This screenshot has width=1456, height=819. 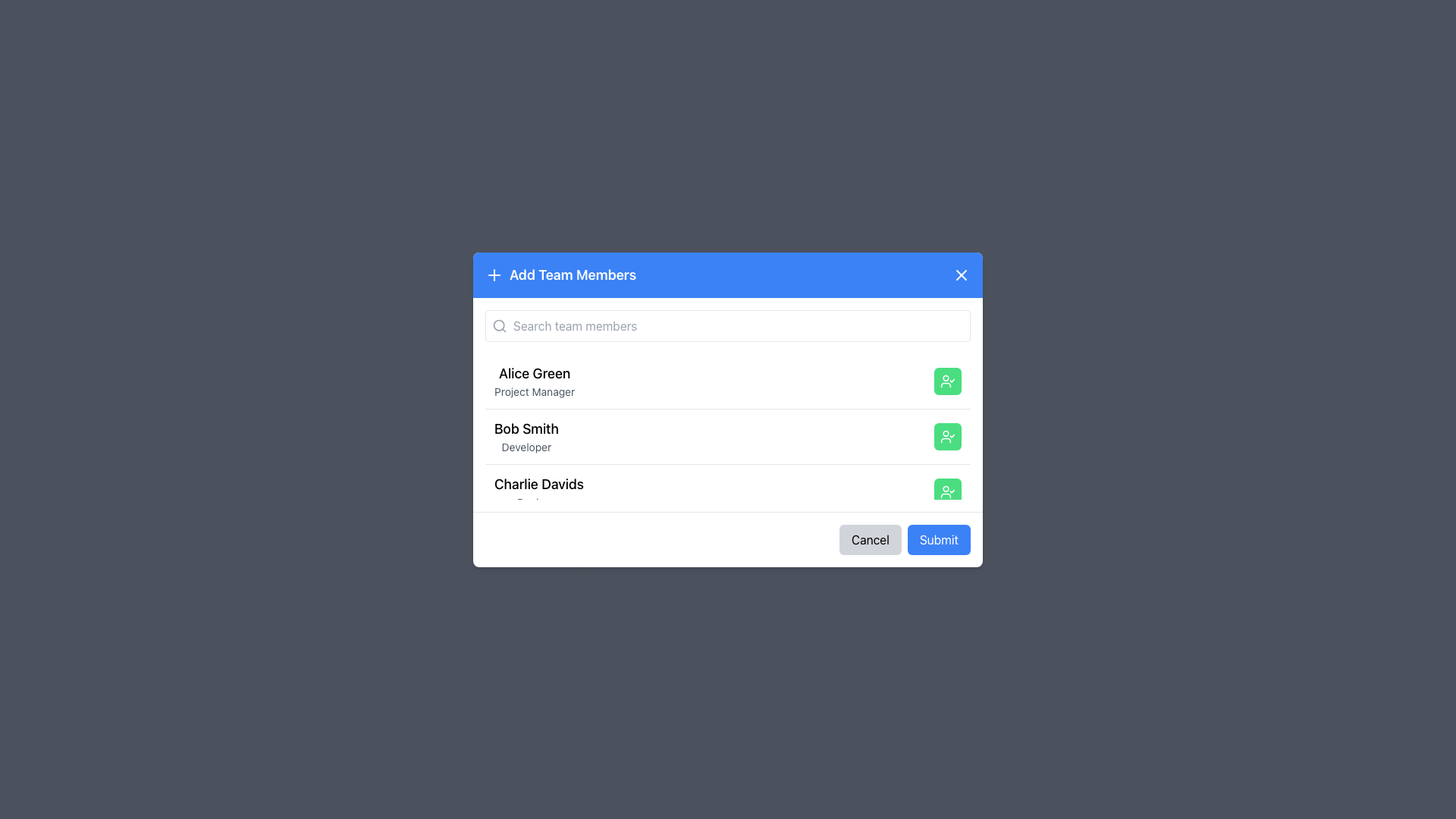 I want to click on the search icon located on the left side of the search field in the modal window, which indicates the search functionality for team members, so click(x=499, y=324).